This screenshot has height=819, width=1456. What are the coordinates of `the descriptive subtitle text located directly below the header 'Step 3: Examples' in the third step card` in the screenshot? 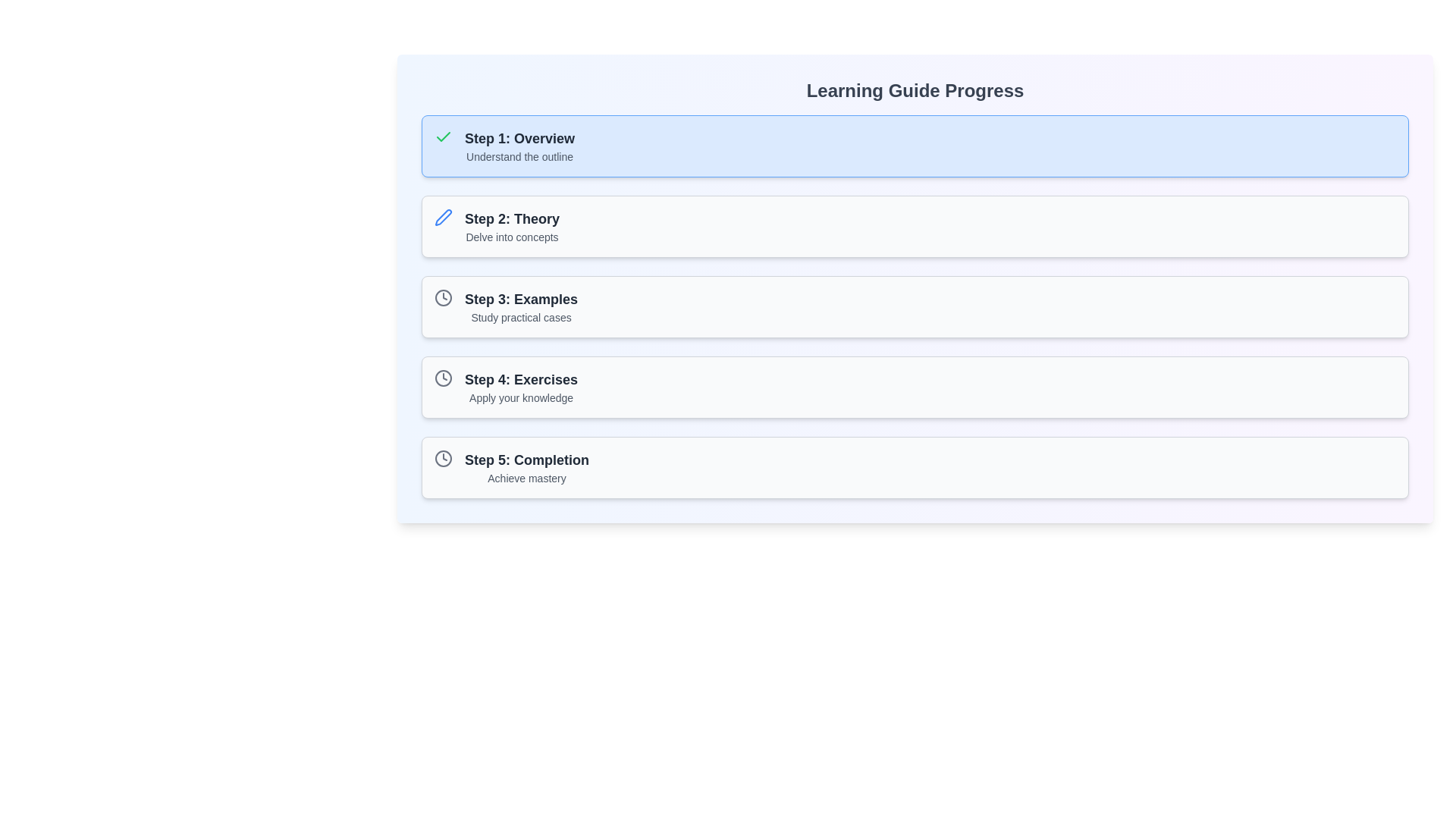 It's located at (521, 317).